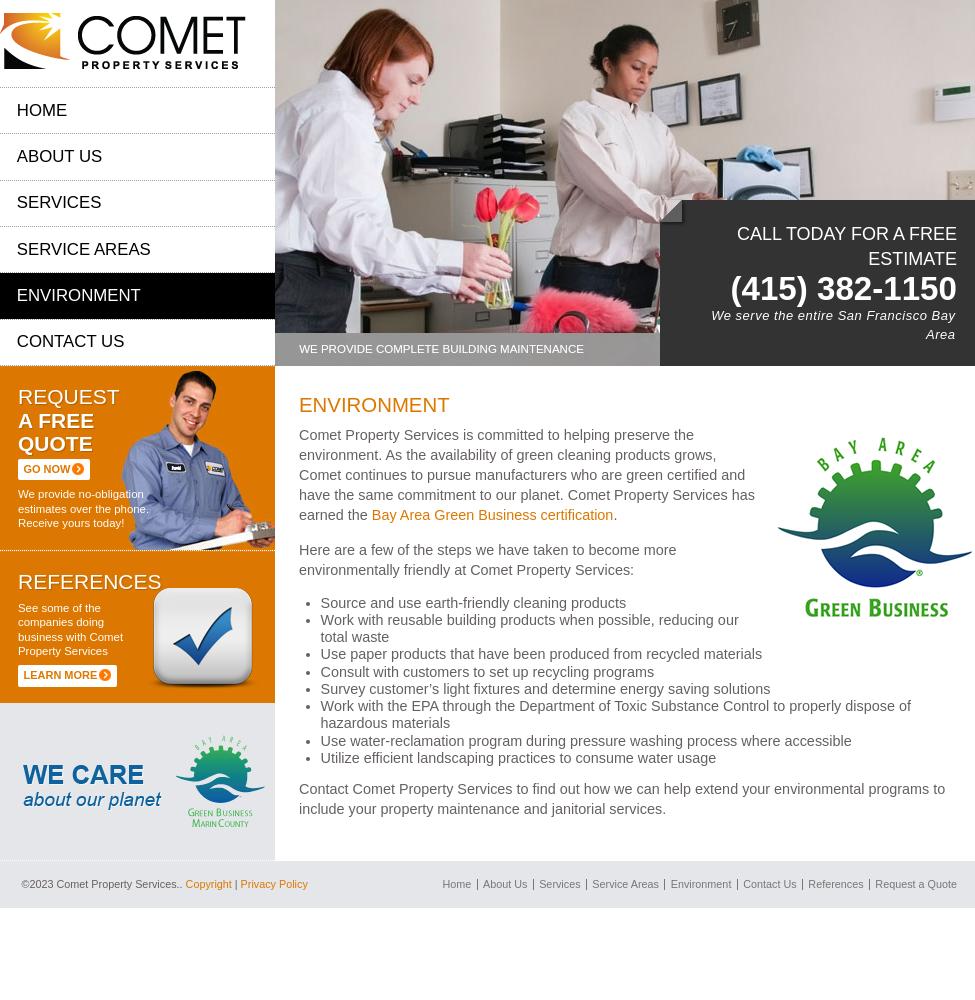 This screenshot has width=975, height=1000. Describe the element at coordinates (58, 155) in the screenshot. I see `'About Us'` at that location.